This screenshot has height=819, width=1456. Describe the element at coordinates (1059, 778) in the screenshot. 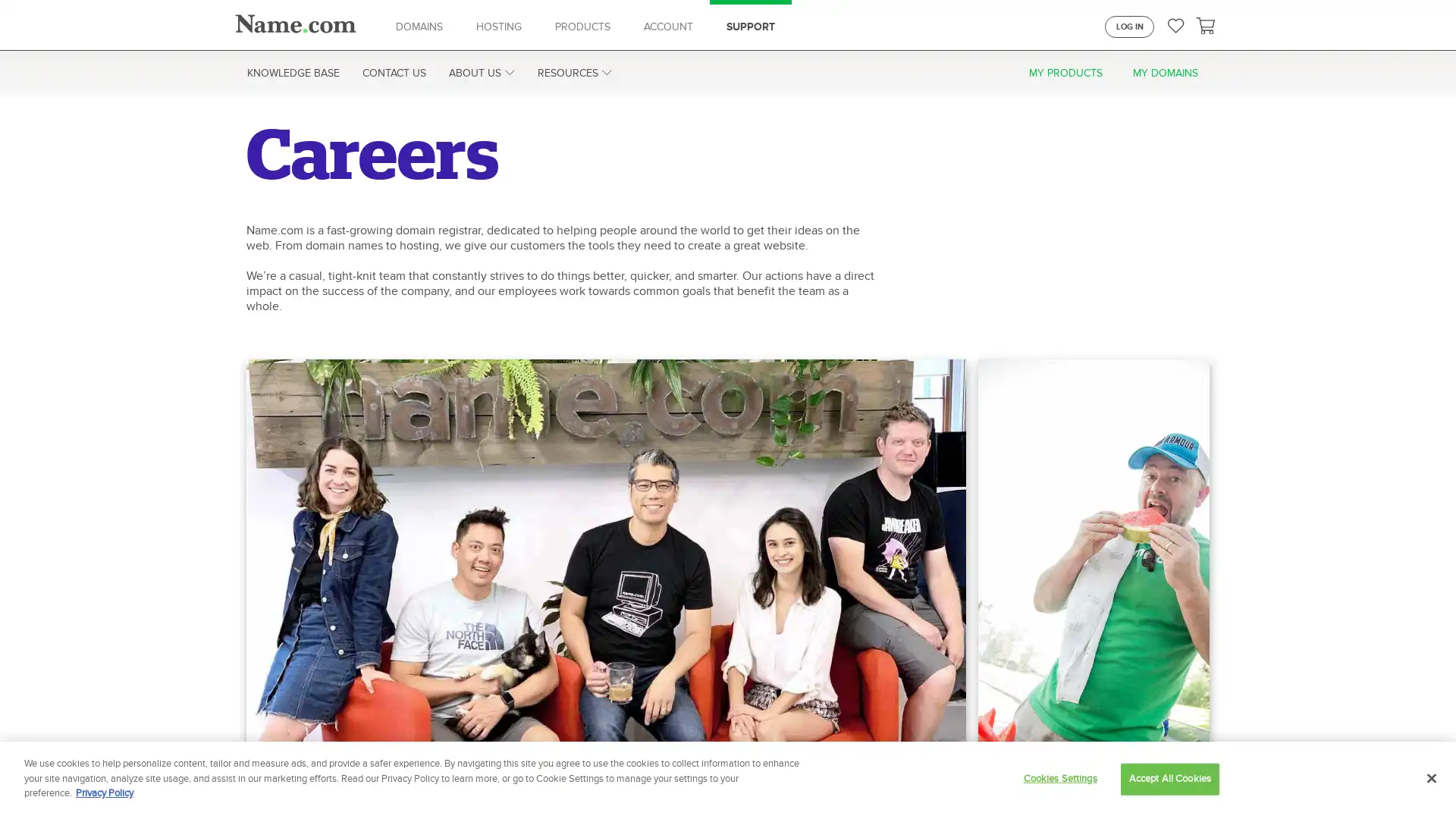

I see `Cookies Settings` at that location.